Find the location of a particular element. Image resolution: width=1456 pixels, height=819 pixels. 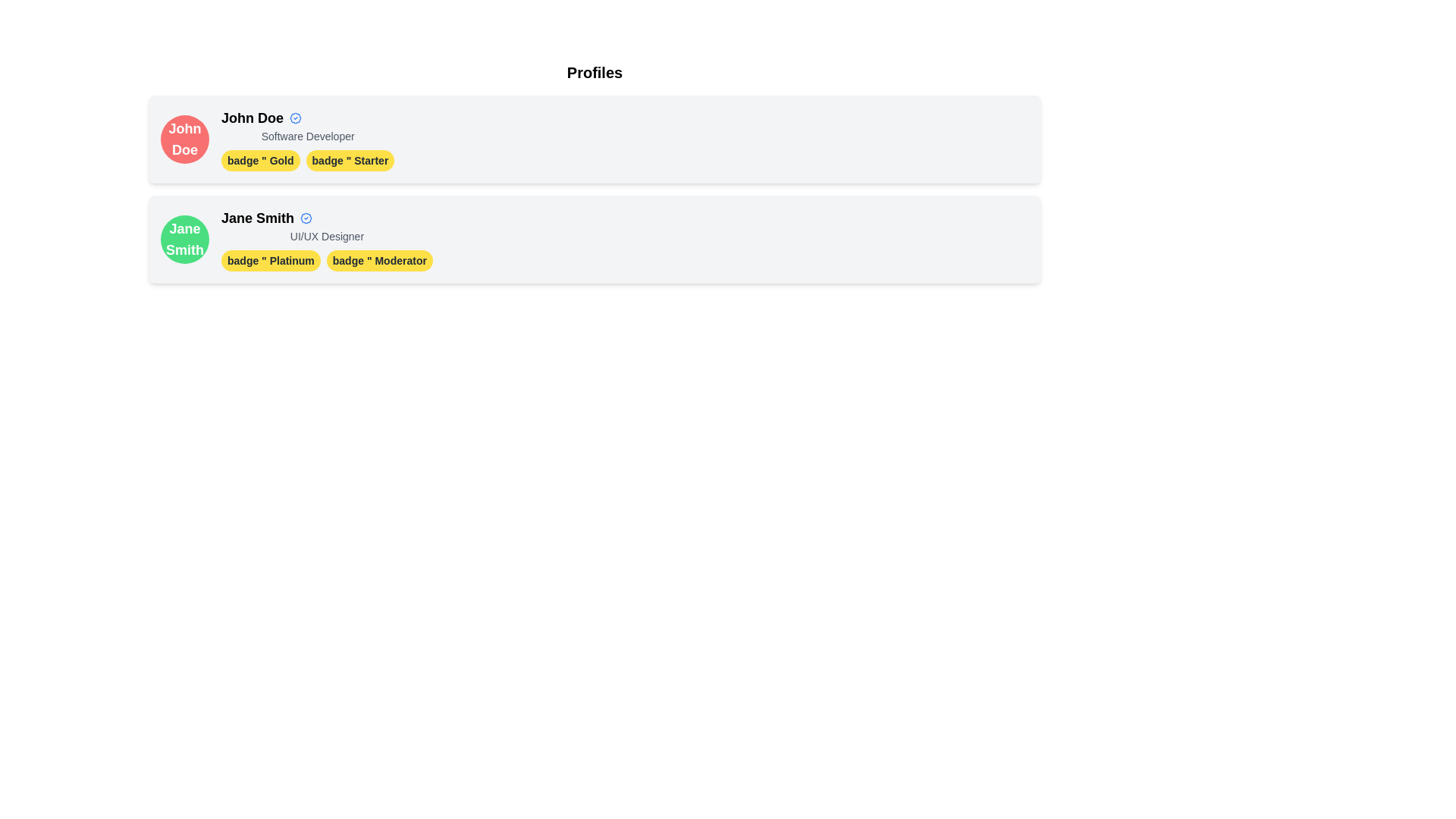

the 'Platinum' badge indicating the status of 'Jane Smith' in the profile information, which is the first badge in the second row of displayed profiles is located at coordinates (271, 259).